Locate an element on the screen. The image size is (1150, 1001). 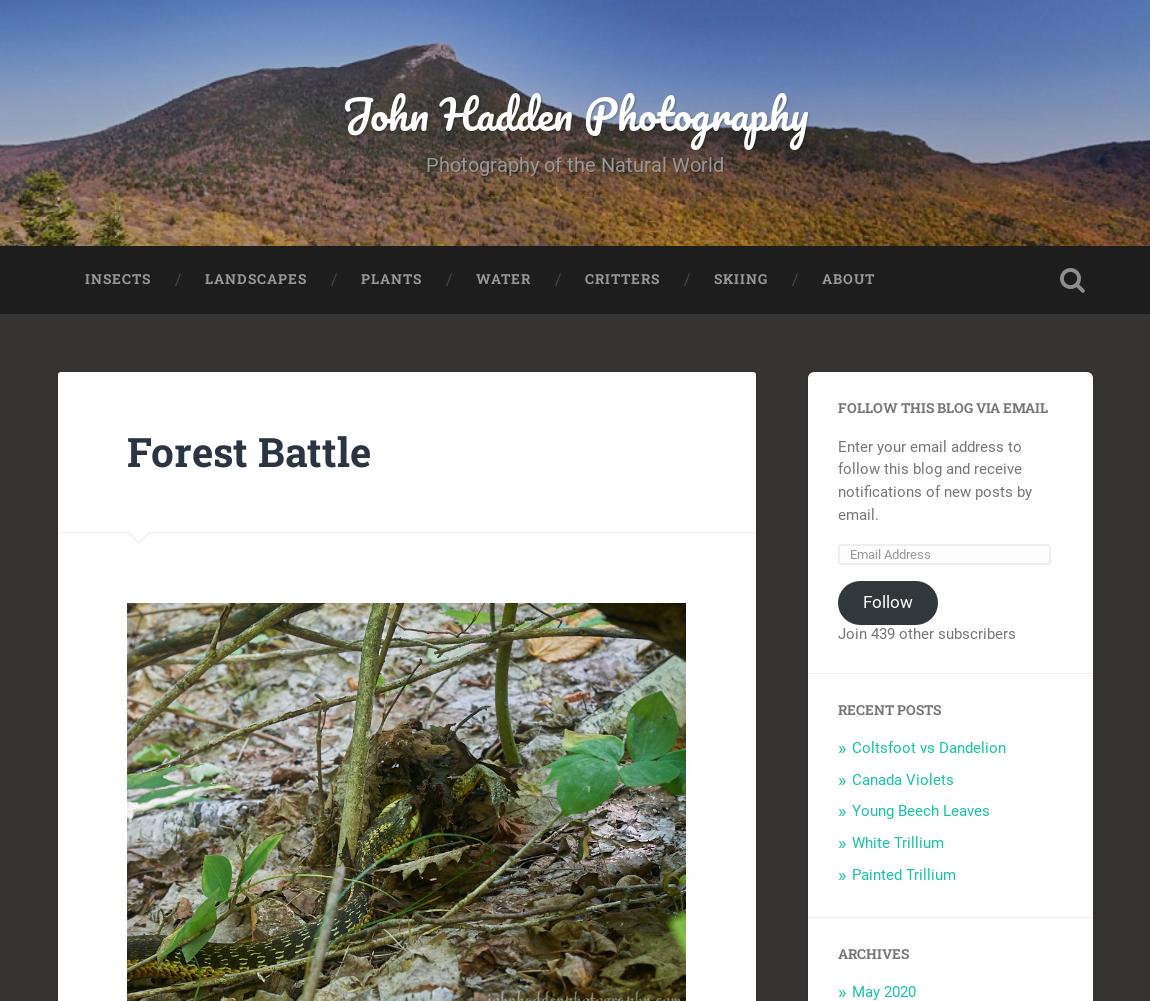
'Enter your email address to follow this blog and receive notifications of new posts by email.' is located at coordinates (934, 480).